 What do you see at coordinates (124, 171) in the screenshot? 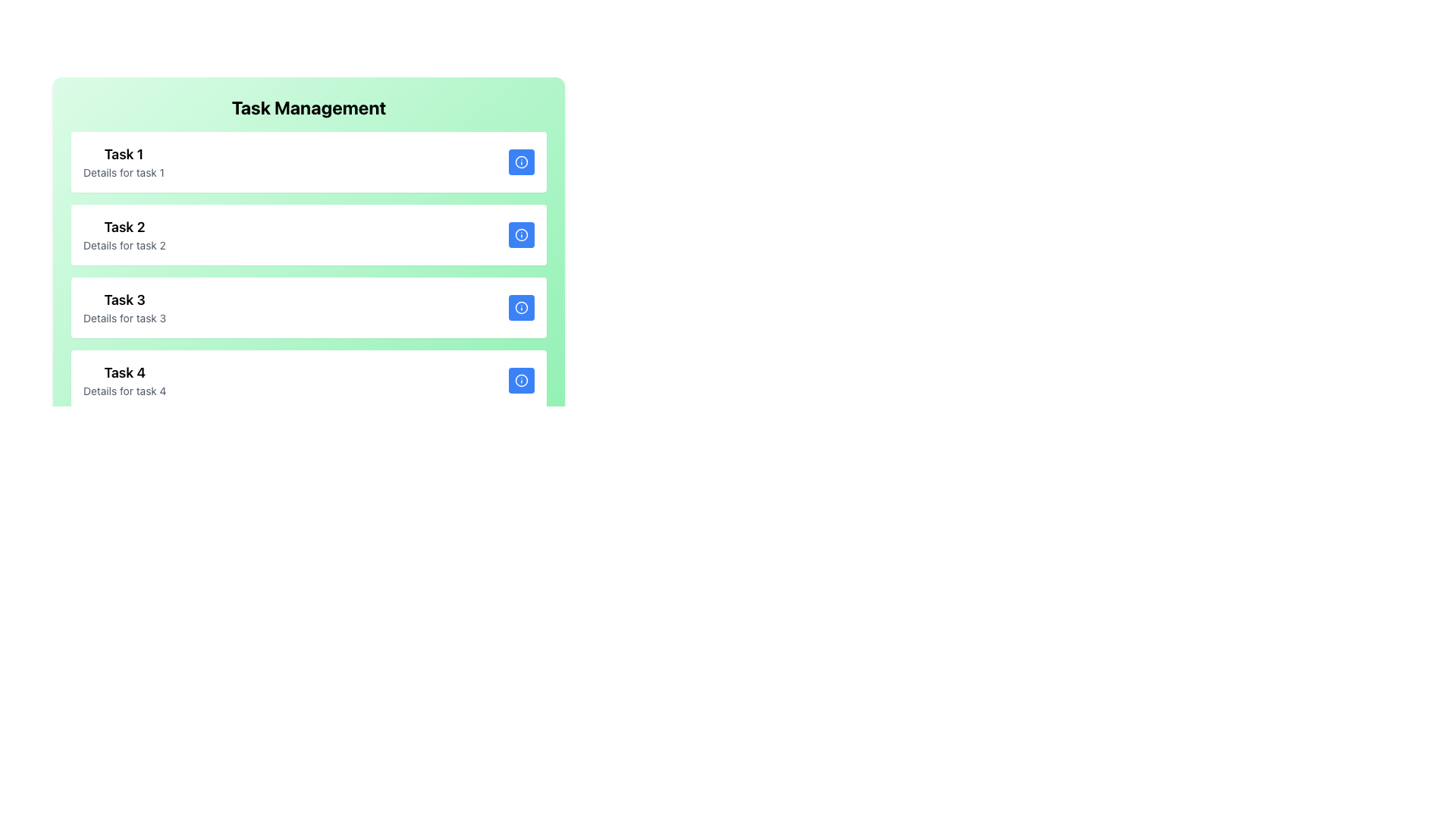
I see `the text label displaying 'Details for task 1', which is located directly below the heading 'Task 1' in the upper-left quadrant of the application interface` at bounding box center [124, 171].